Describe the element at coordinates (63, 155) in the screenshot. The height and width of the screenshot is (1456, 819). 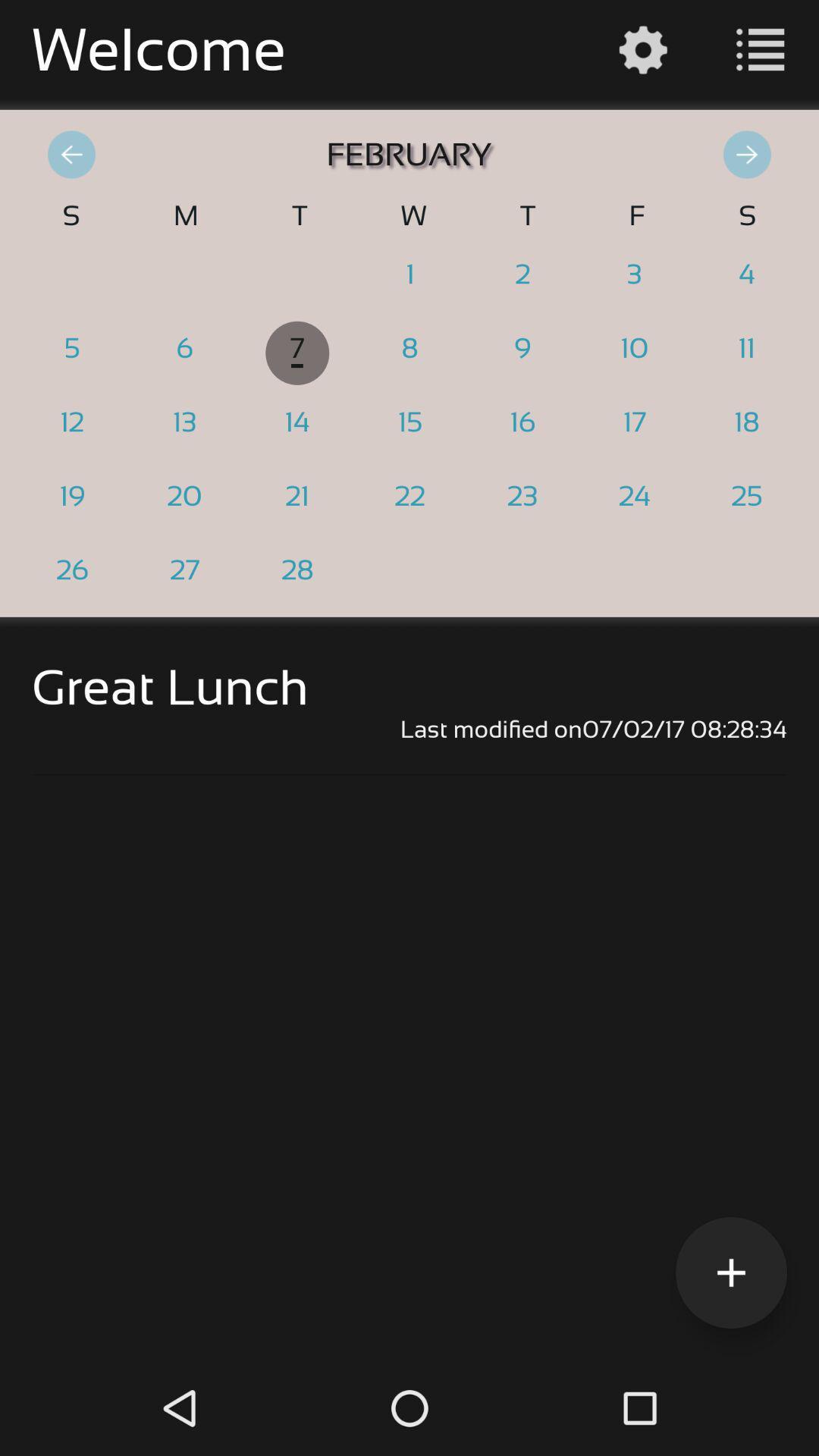
I see `the arrow_backward icon` at that location.